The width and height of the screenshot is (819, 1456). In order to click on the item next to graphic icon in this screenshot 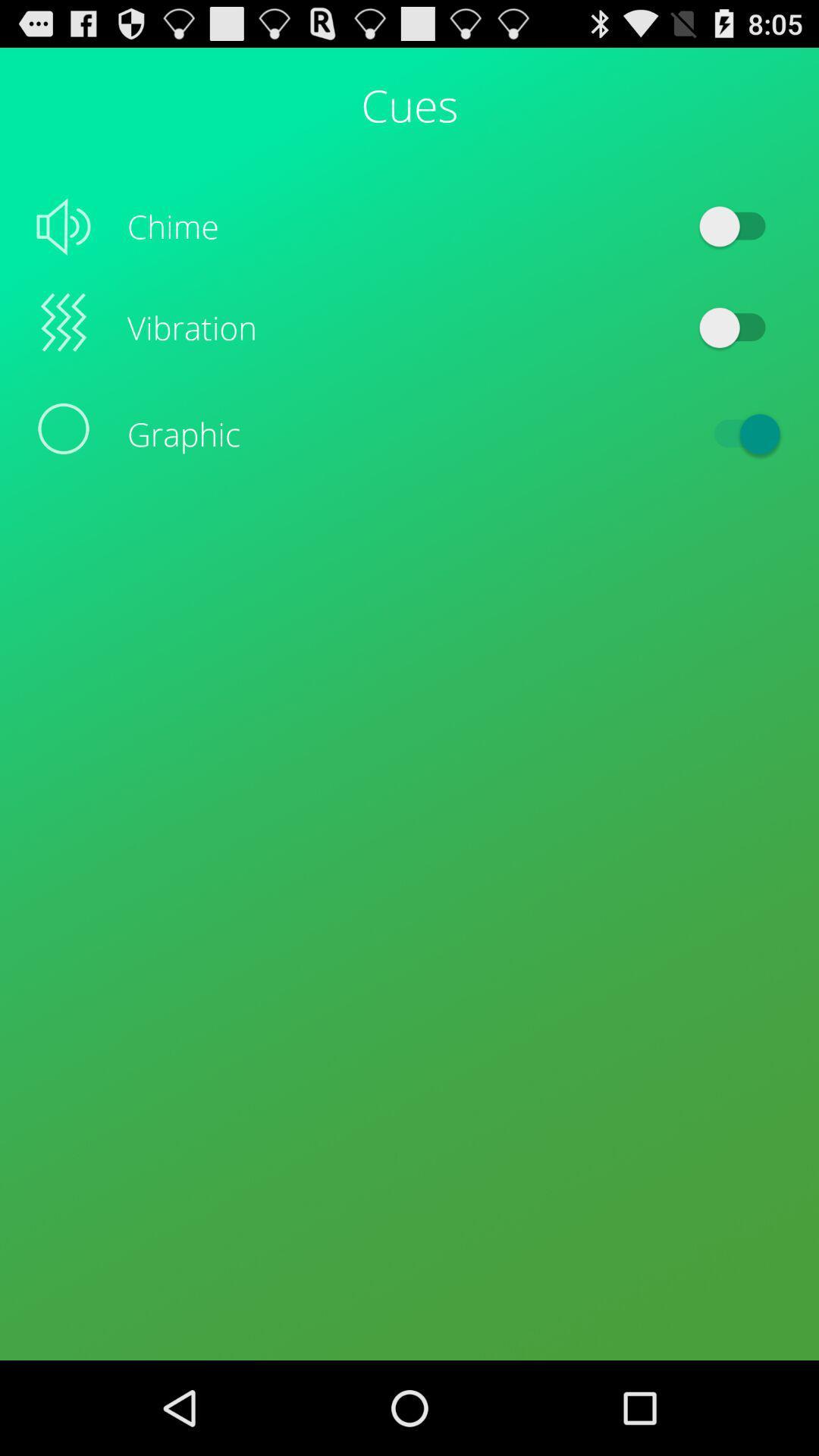, I will do `click(739, 433)`.